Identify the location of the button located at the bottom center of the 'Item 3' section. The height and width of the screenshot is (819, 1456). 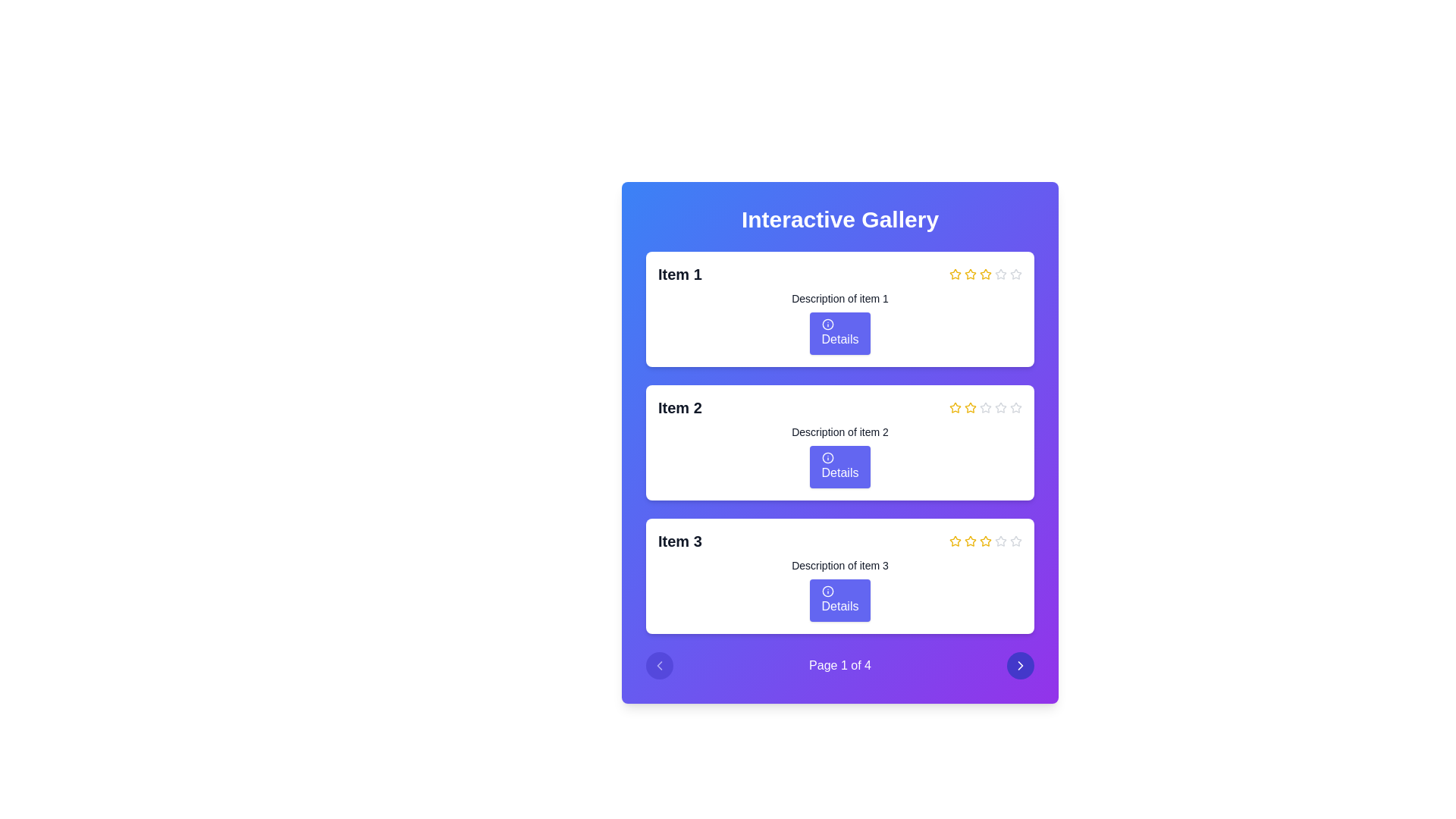
(839, 599).